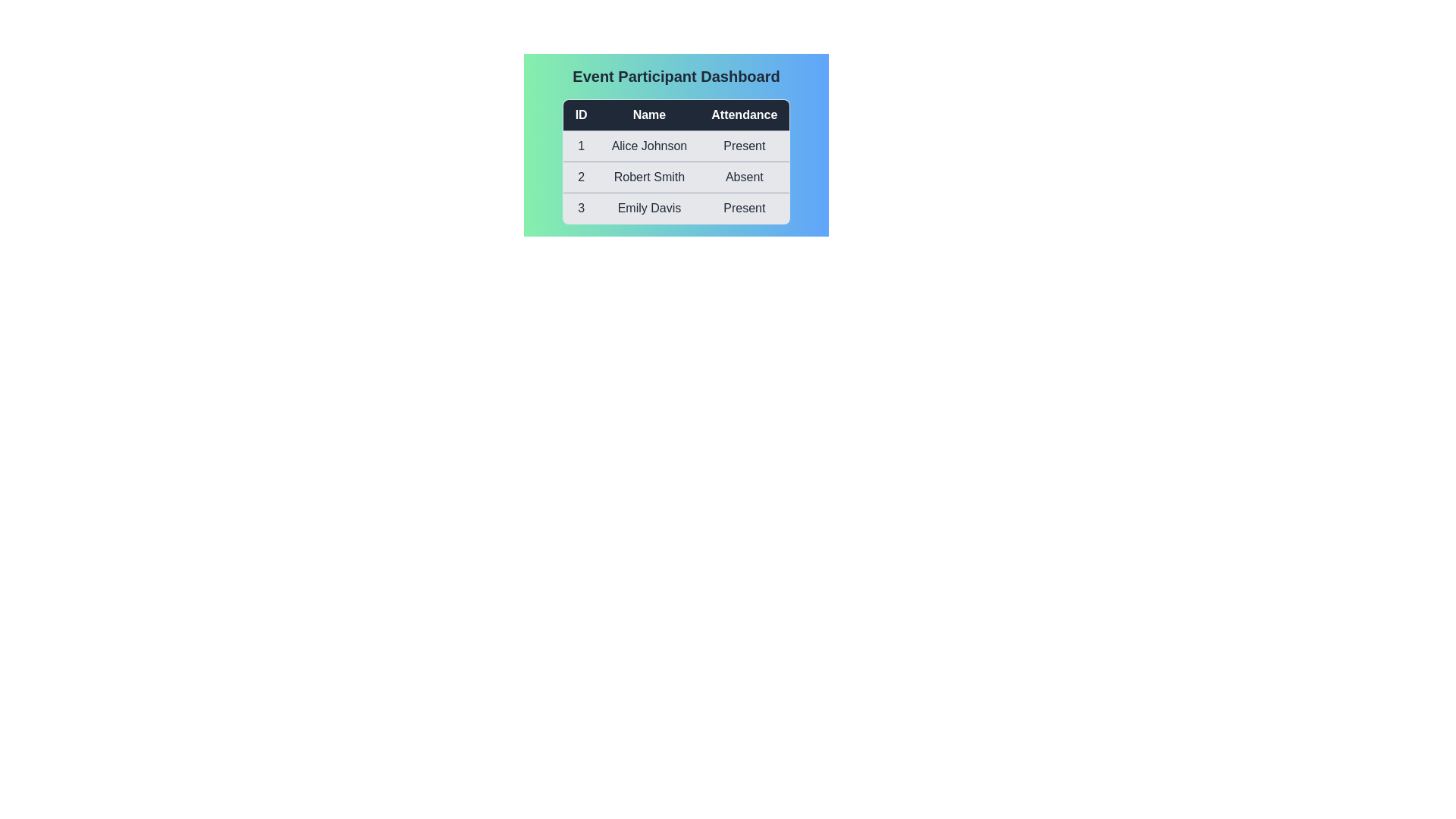 The width and height of the screenshot is (1456, 819). I want to click on the Text label displaying the participant's name in the second column of the table row with ID '1'. This label serves a visual informative purpose and is non-interactive, so click(649, 146).